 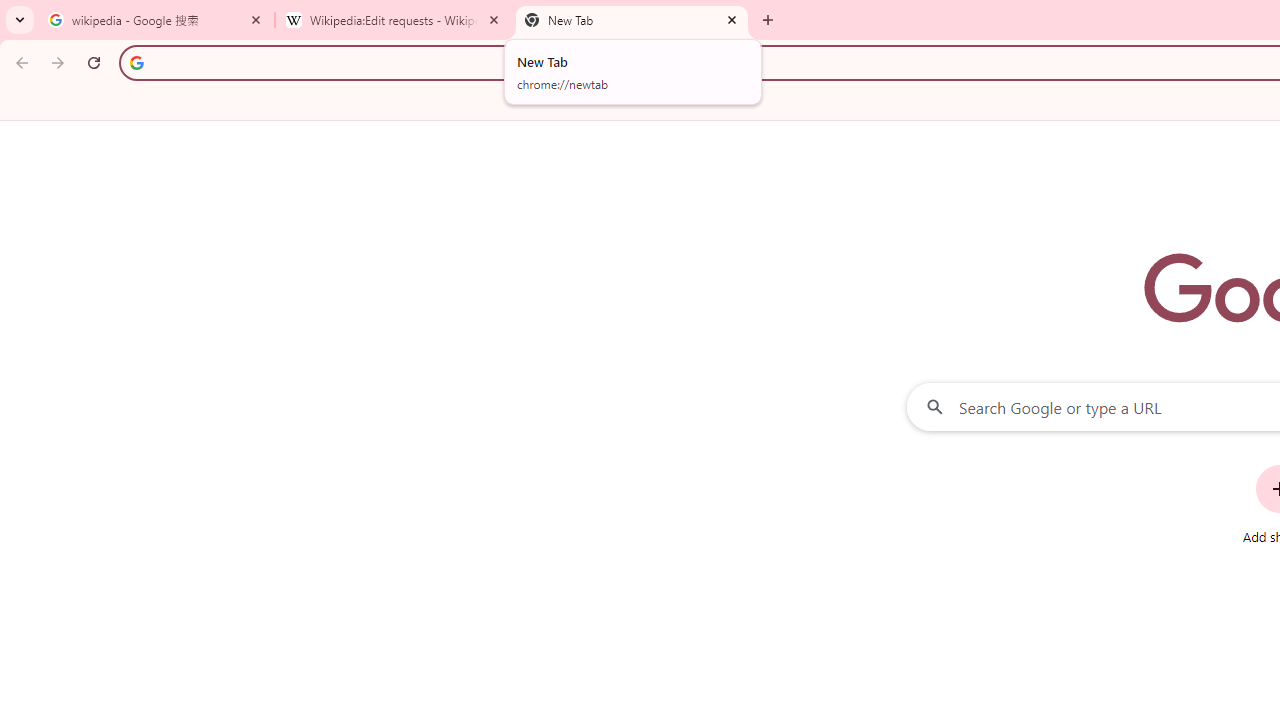 What do you see at coordinates (631, 20) in the screenshot?
I see `'New Tab'` at bounding box center [631, 20].